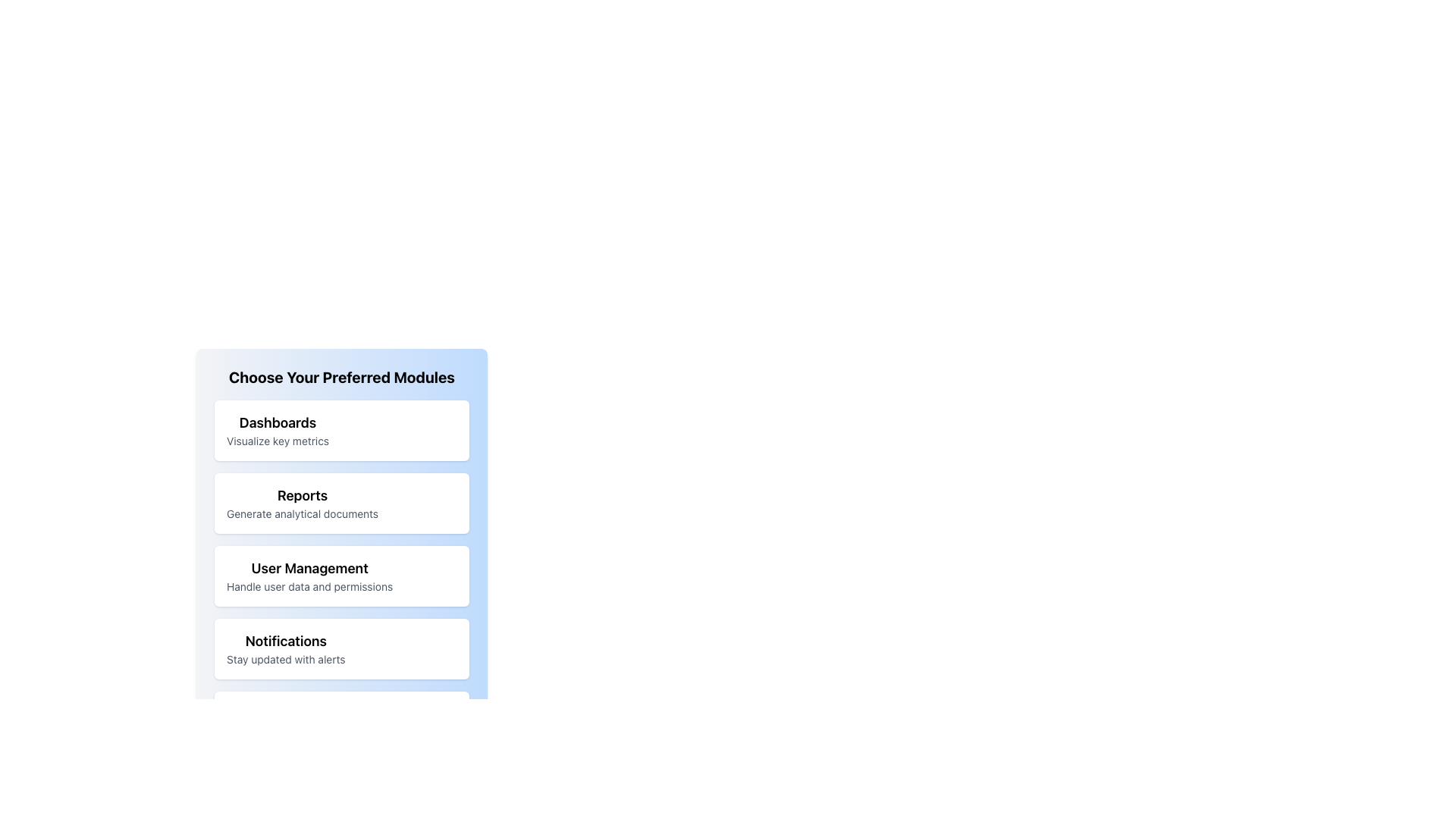  What do you see at coordinates (278, 423) in the screenshot?
I see `the Text label that serves as the title for the 'Dashboards' option, located at the top of the 'Choose Your Preferred Modules' list` at bounding box center [278, 423].